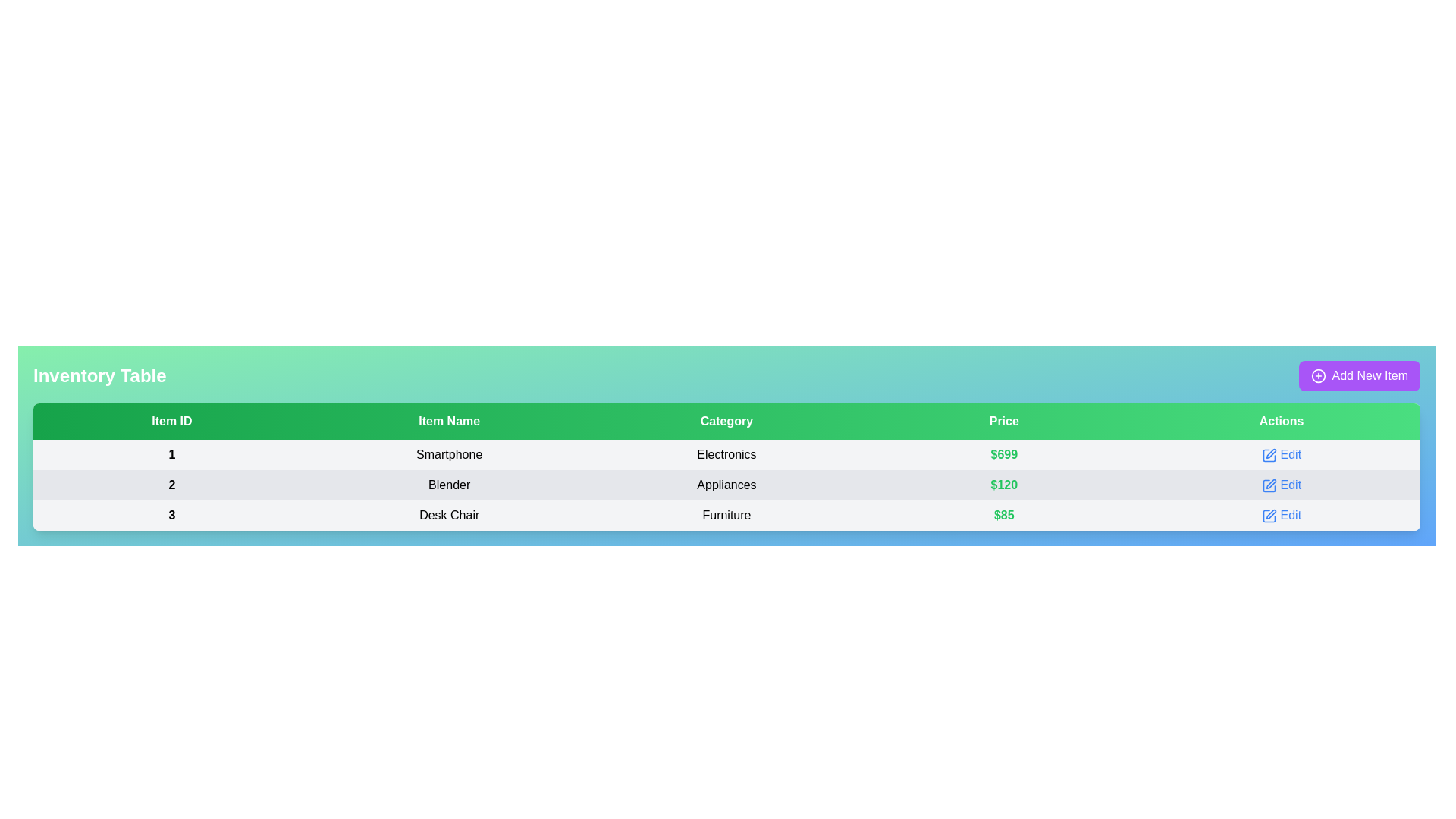  I want to click on the 'Item Name' column header label in the table, which is the second column header positioned between 'Item ID' and 'Category', so click(448, 421).